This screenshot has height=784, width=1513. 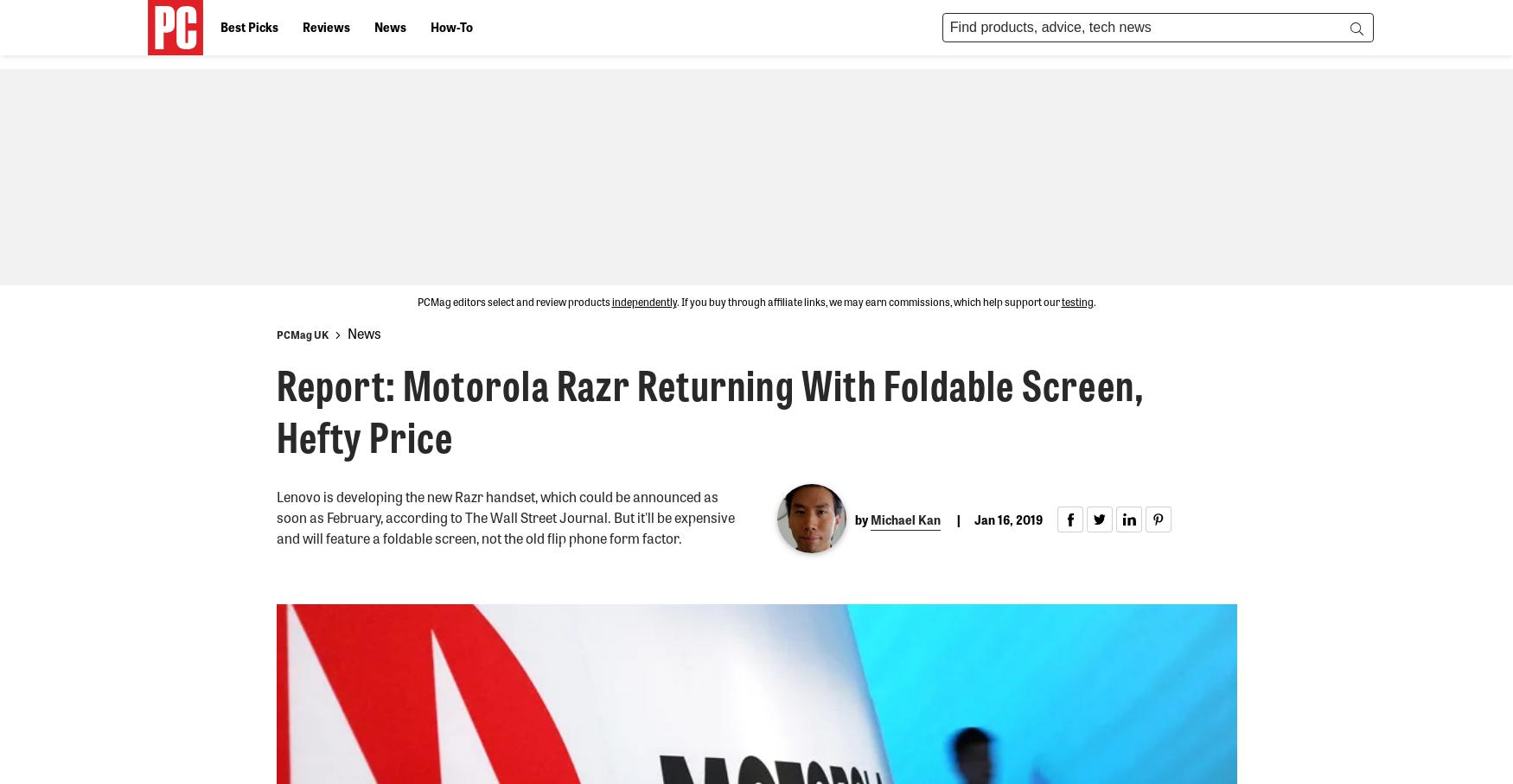 I want to click on 'by', so click(x=863, y=518).